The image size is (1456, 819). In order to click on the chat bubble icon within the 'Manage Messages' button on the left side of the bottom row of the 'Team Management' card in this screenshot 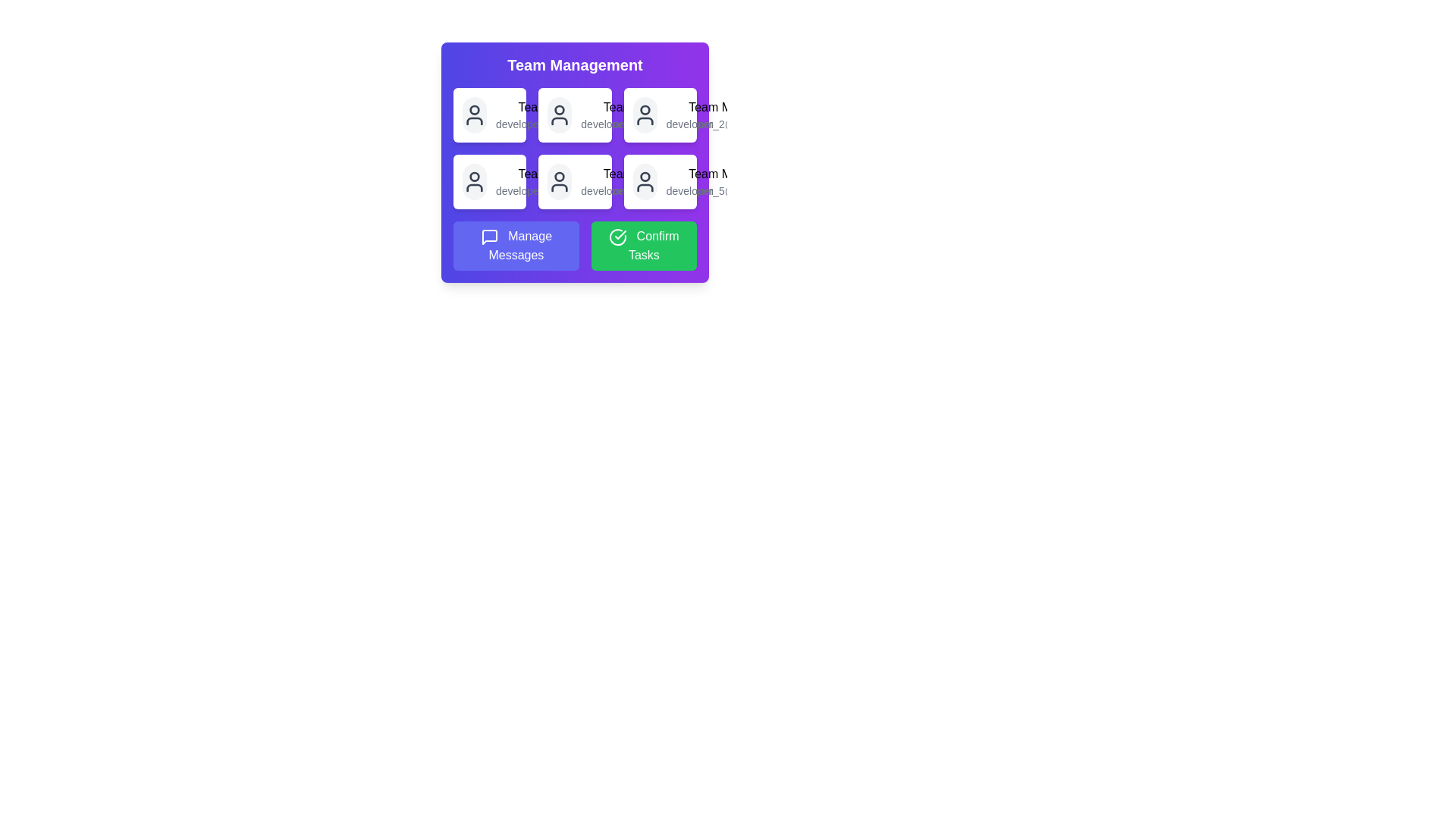, I will do `click(489, 237)`.